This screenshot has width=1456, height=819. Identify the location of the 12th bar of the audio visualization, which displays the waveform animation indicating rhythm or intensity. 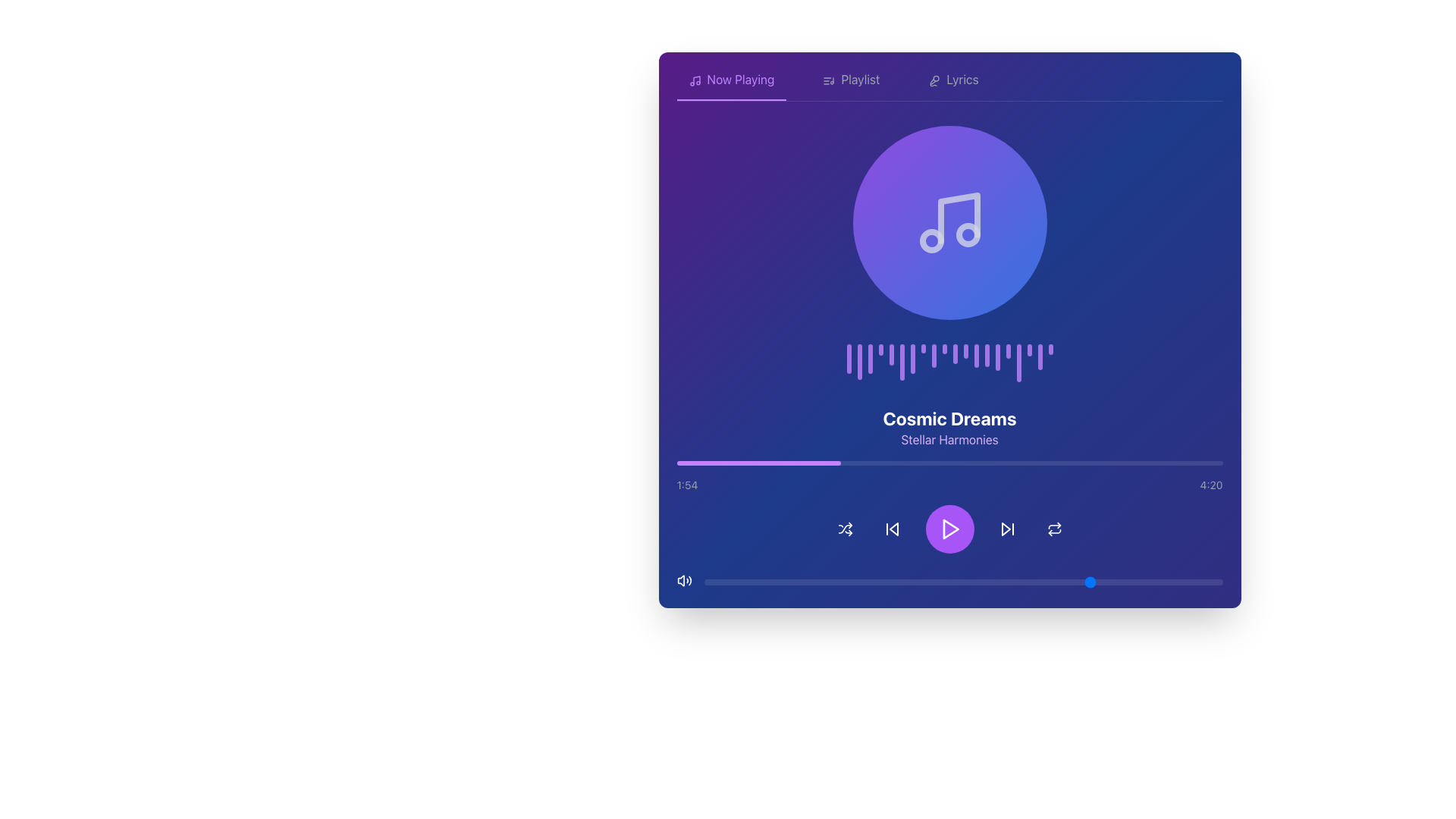
(965, 351).